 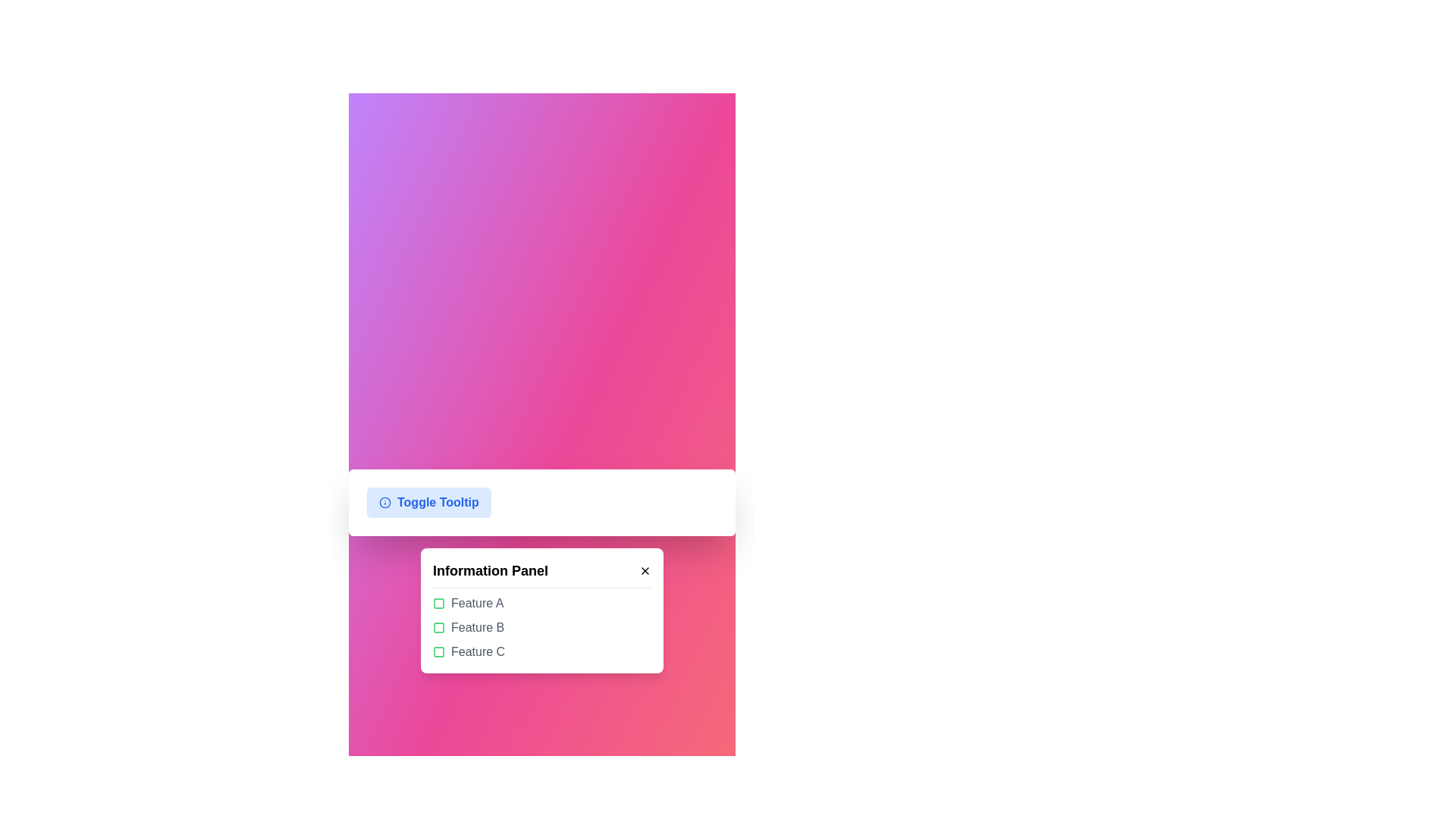 What do you see at coordinates (438, 651) in the screenshot?
I see `the green square icon adjacent to the label 'Feature C' at the bottom of the 'Information Panel'` at bounding box center [438, 651].